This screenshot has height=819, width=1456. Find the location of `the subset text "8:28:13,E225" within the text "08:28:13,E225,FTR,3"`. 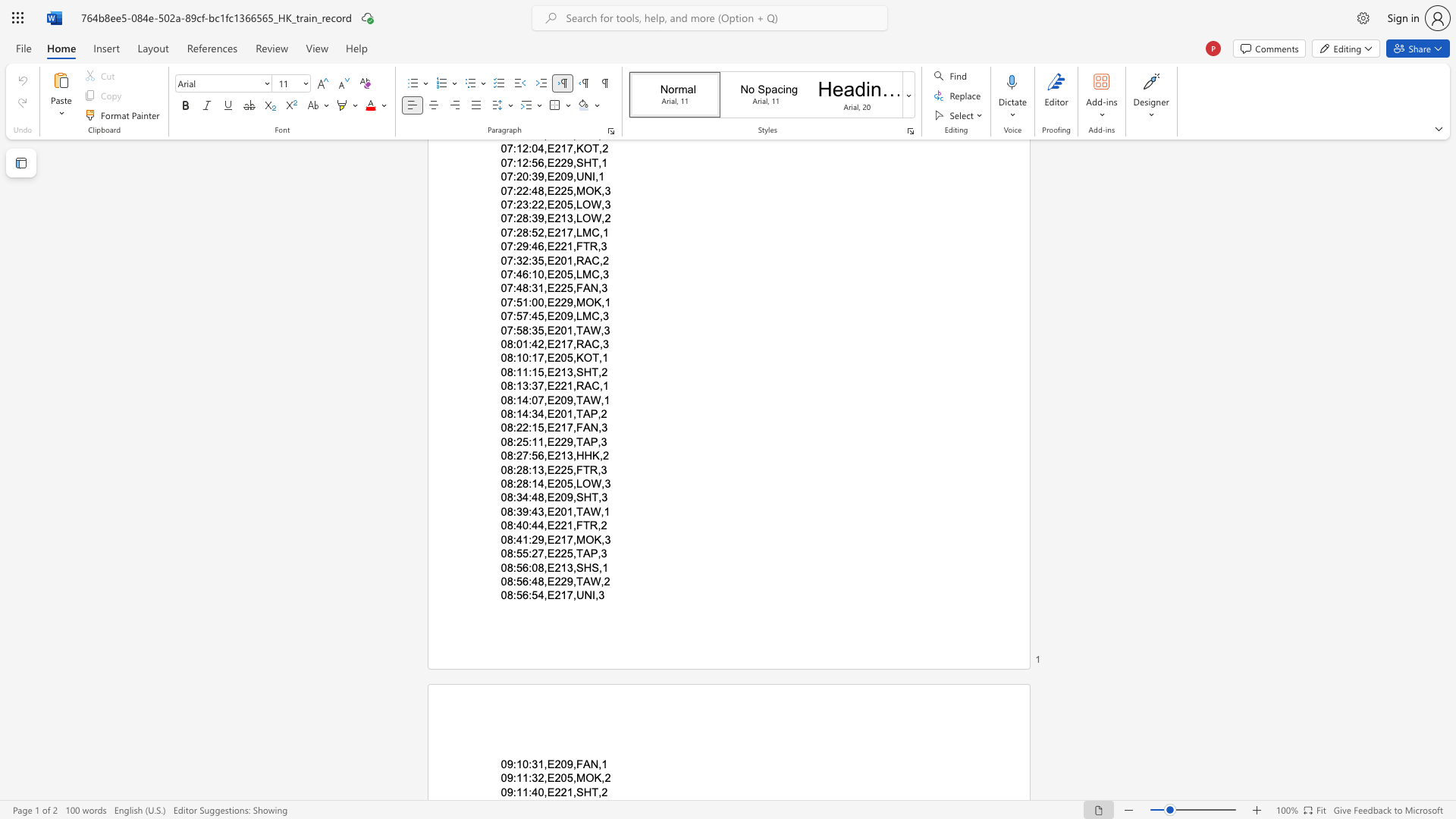

the subset text "8:28:13,E225" within the text "08:28:13,E225,FTR,3" is located at coordinates (507, 469).